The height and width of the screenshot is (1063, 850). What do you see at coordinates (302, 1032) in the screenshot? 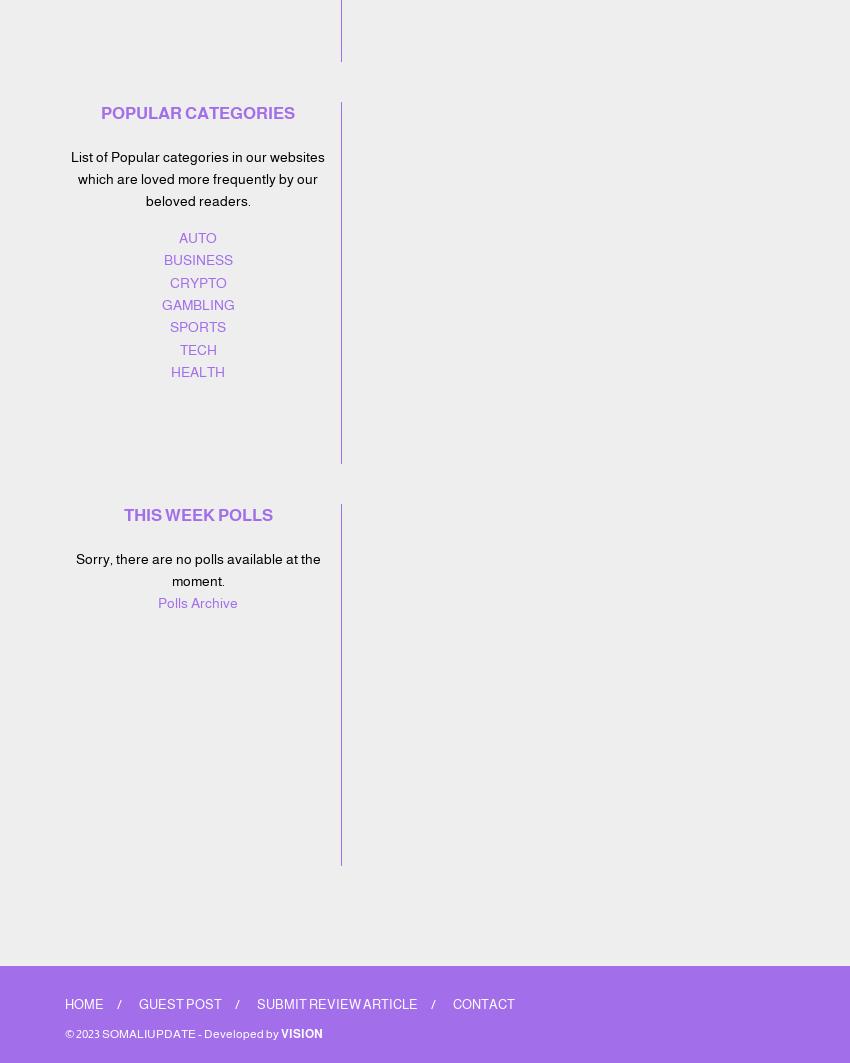
I see `'VISION'` at bounding box center [302, 1032].